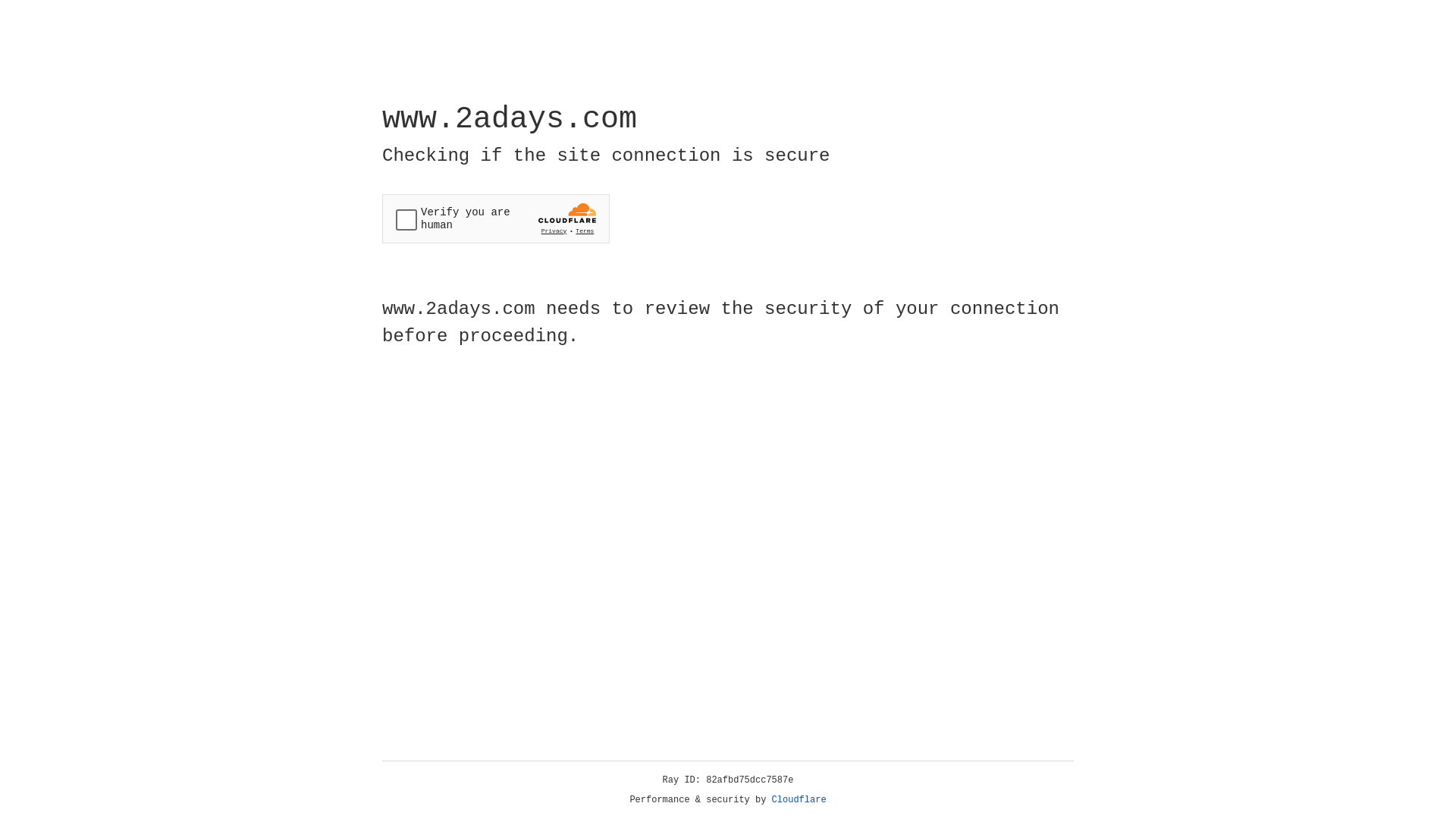 The image size is (1456, 819). What do you see at coordinates (799, 799) in the screenshot?
I see `'Cloudflare'` at bounding box center [799, 799].